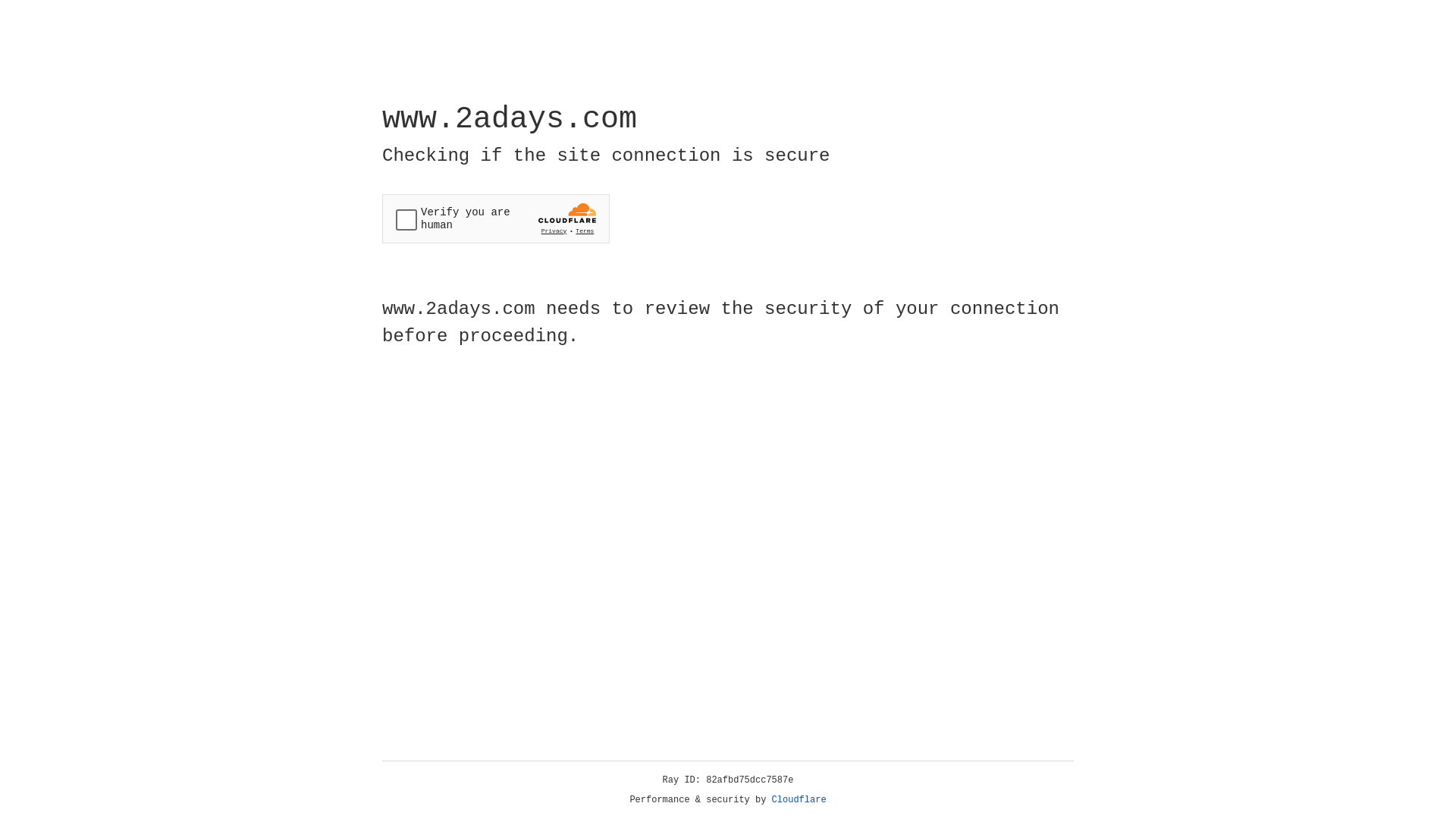 The image size is (1456, 819). What do you see at coordinates (799, 799) in the screenshot?
I see `'Cloudflare'` at bounding box center [799, 799].